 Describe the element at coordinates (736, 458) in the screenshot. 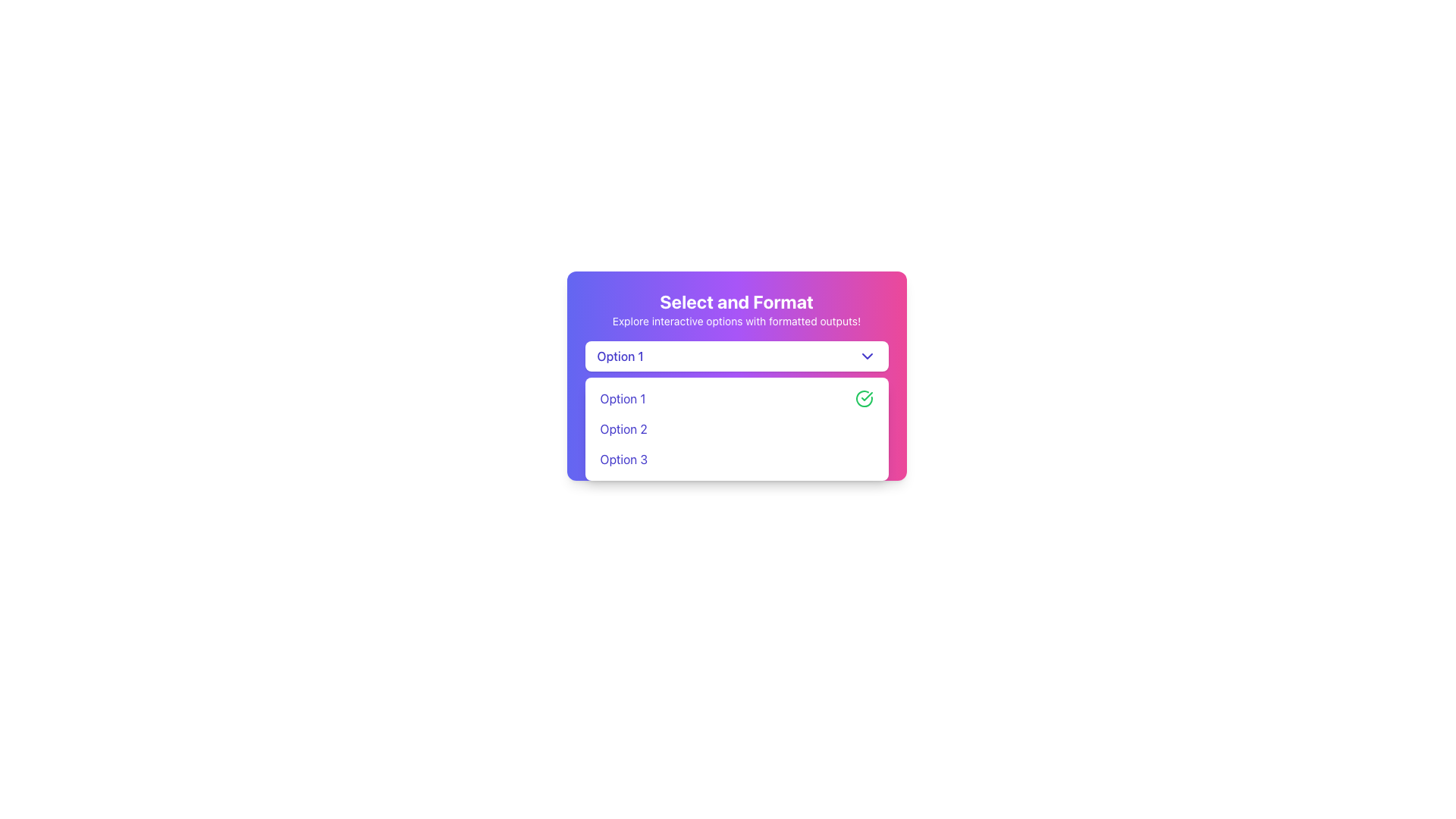

I see `the dropdown menu option labeled 'Option 3'` at that location.